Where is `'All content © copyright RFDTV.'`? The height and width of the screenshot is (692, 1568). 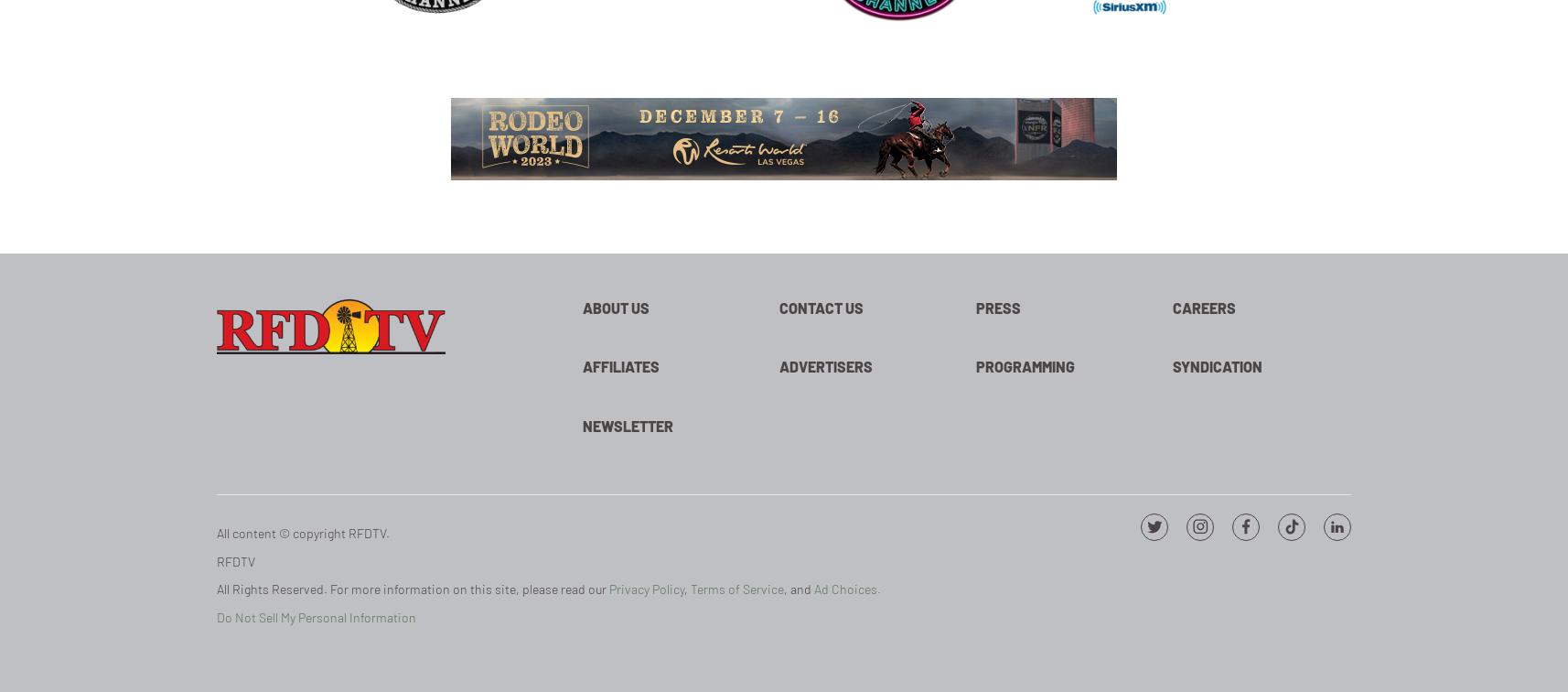 'All content © copyright RFDTV.' is located at coordinates (302, 532).